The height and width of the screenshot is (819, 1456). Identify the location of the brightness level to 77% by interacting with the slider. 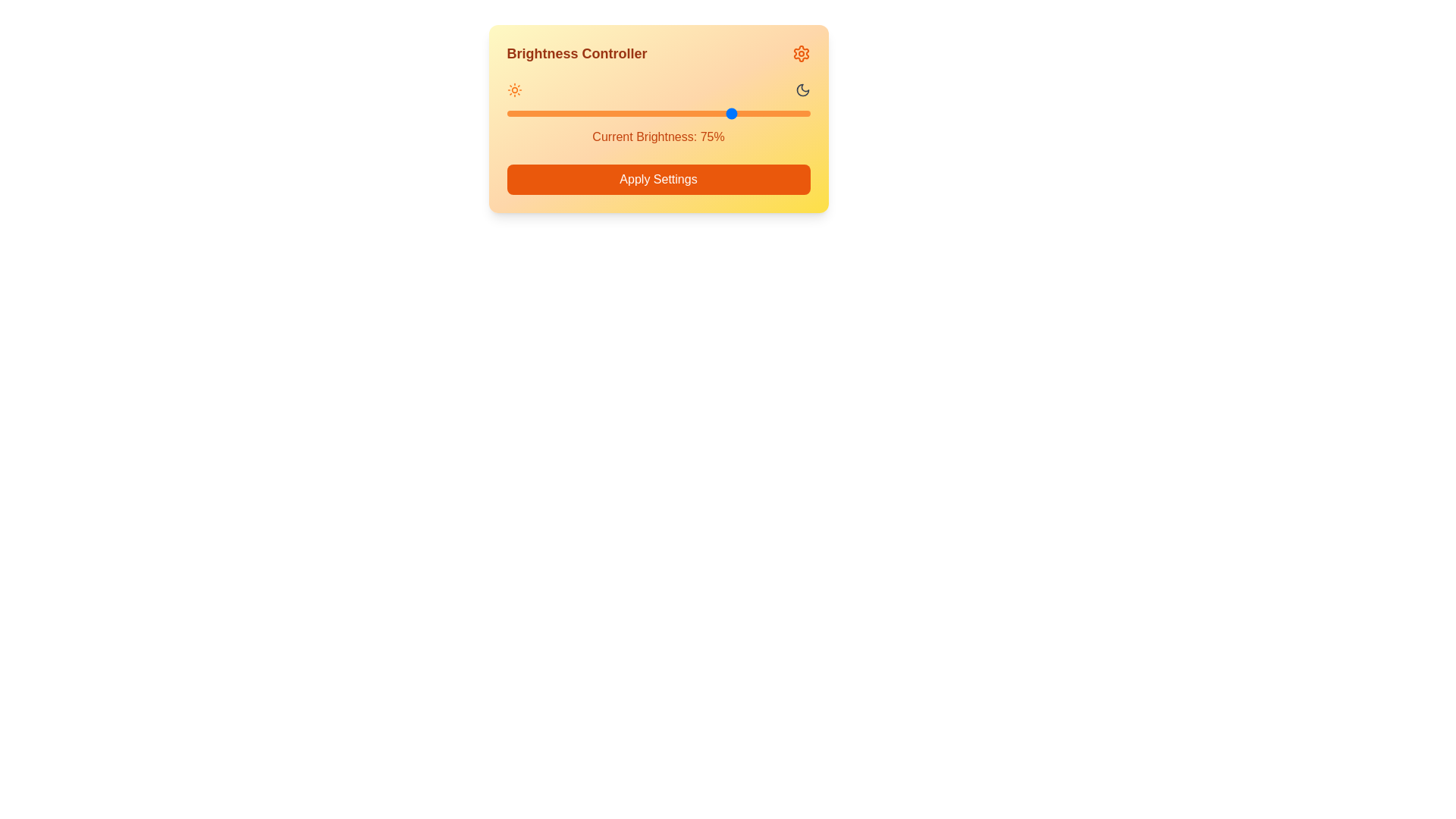
(740, 113).